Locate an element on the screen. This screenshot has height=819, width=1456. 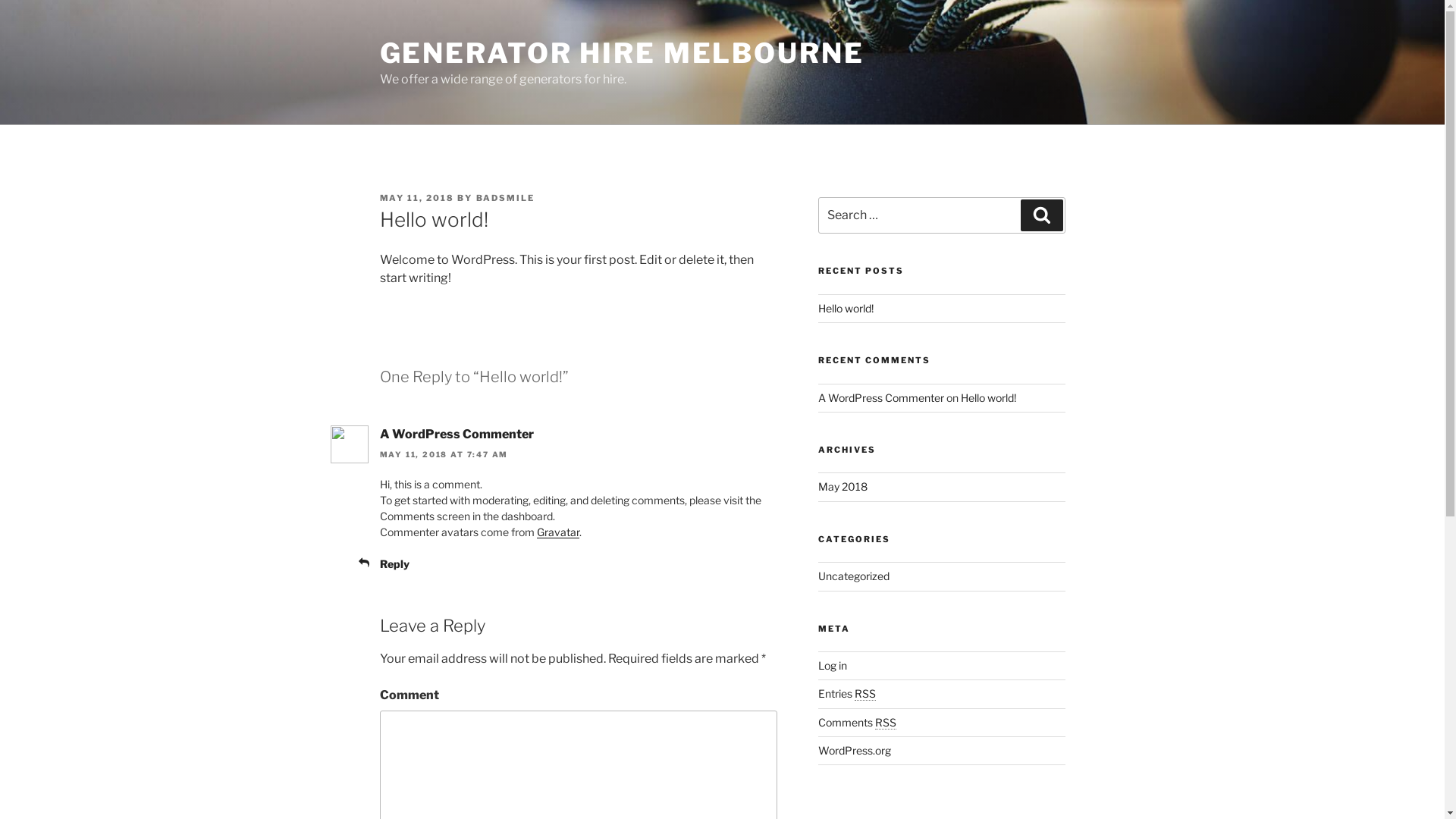
'MAY 11, 2018 AT 7:47 AM' is located at coordinates (443, 453).